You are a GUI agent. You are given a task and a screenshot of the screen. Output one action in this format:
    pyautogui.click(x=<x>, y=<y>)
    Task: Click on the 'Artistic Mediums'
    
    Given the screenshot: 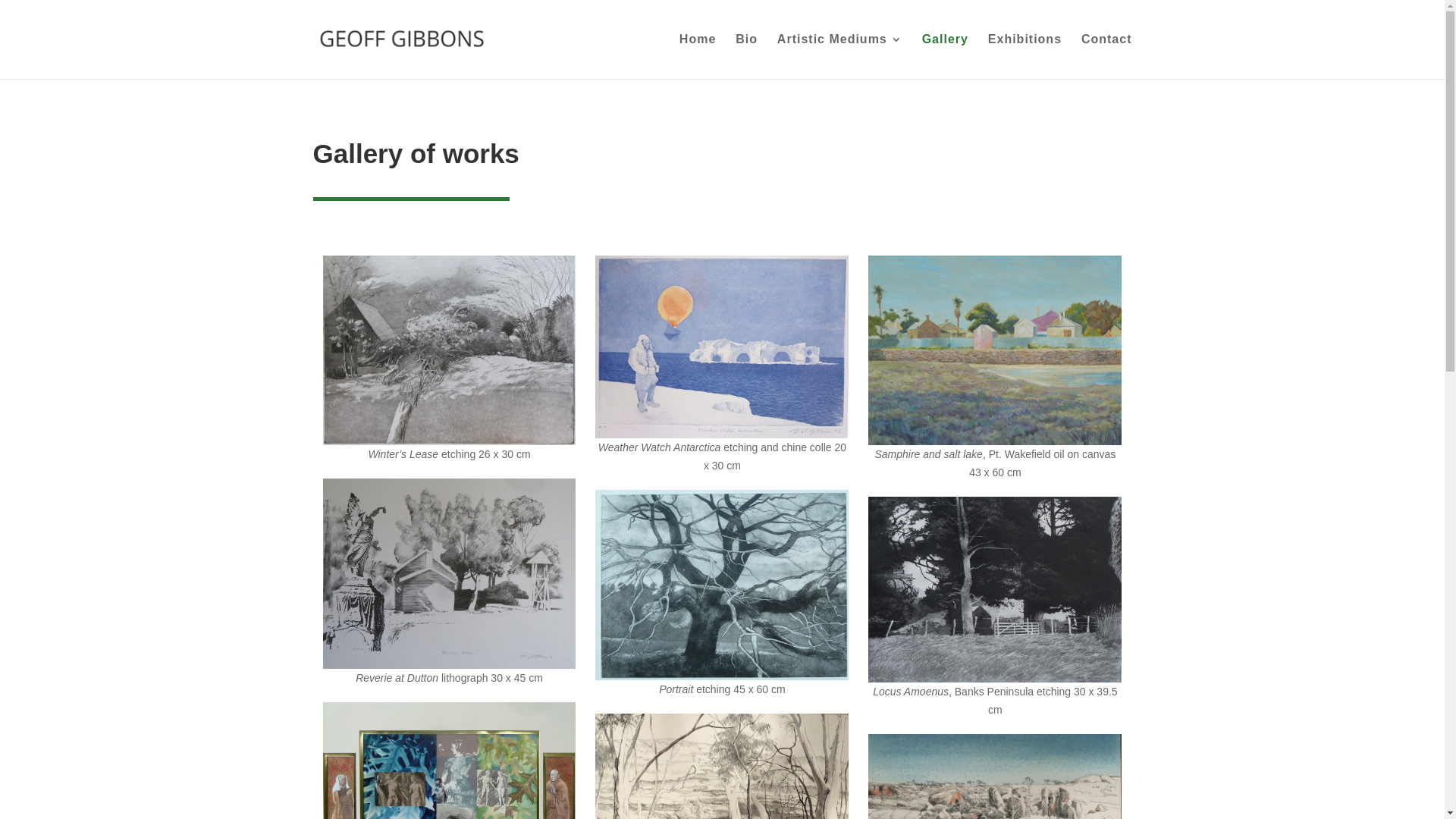 What is the action you would take?
    pyautogui.click(x=839, y=55)
    